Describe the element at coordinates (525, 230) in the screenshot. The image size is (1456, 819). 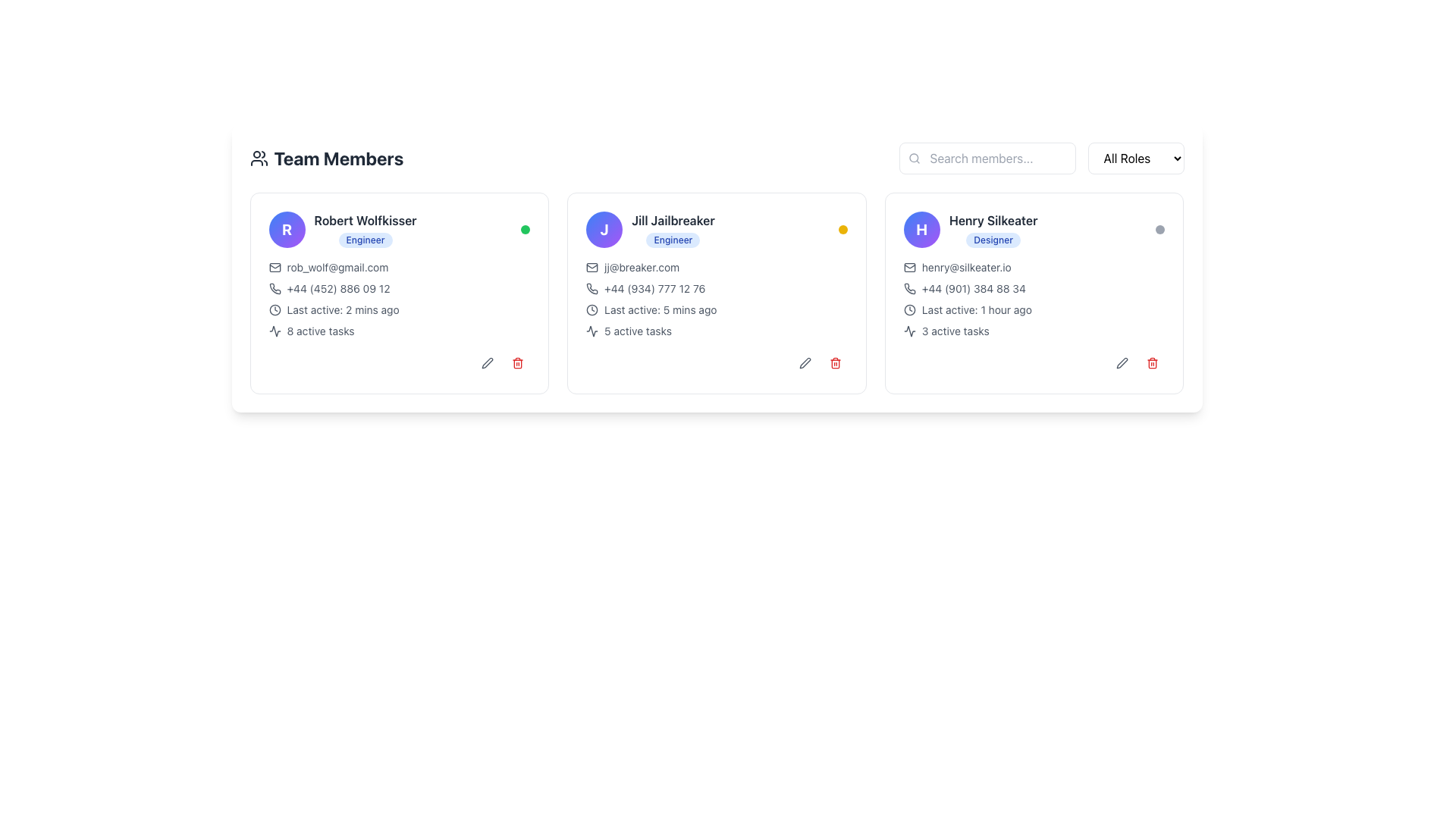
I see `the profile card titled 'Robert Wolfkisser' by clicking on the status indicator dot located in the top-right corner of the card` at that location.